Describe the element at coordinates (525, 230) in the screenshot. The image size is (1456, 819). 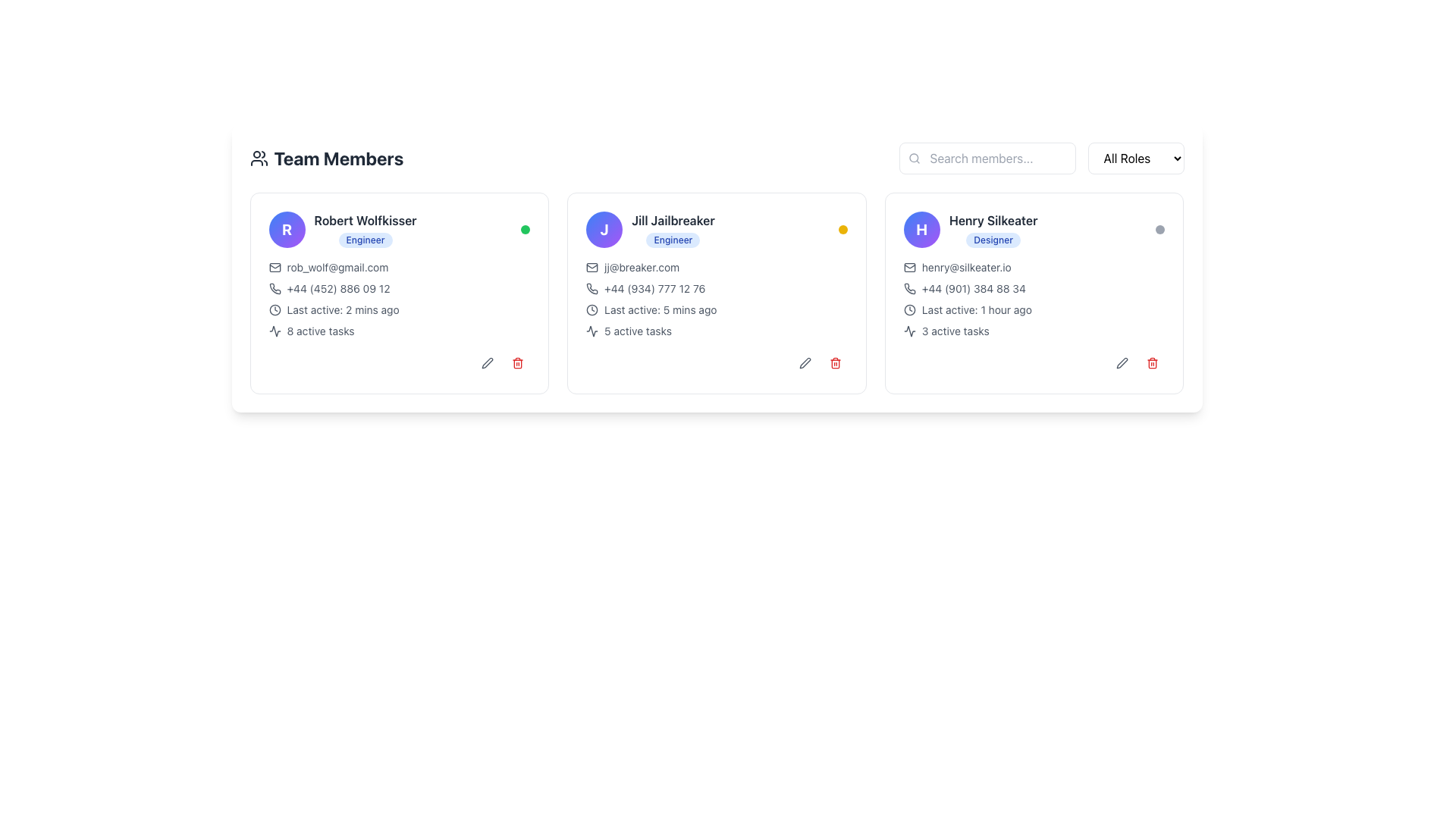
I see `the profile card titled 'Robert Wolfkisser' by clicking on the status indicator dot located in the top-right corner of the card` at that location.